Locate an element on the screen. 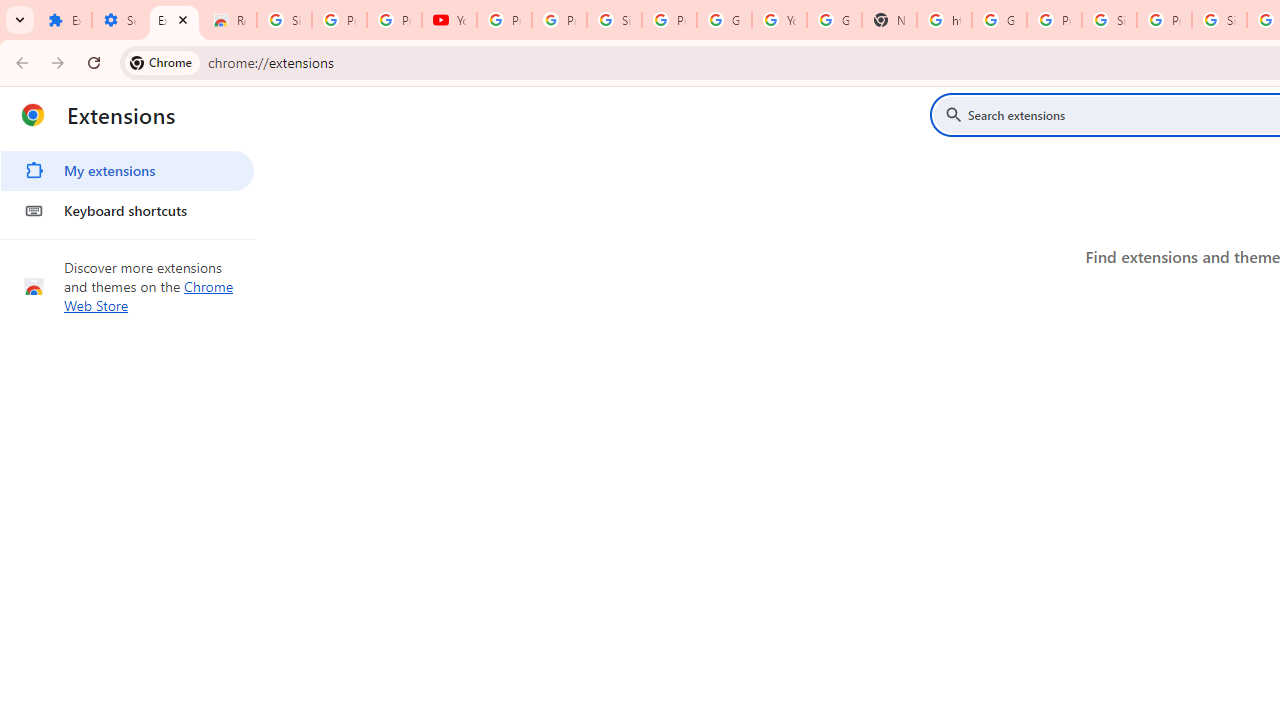 This screenshot has height=720, width=1280. 'Google Account' is located at coordinates (724, 20).